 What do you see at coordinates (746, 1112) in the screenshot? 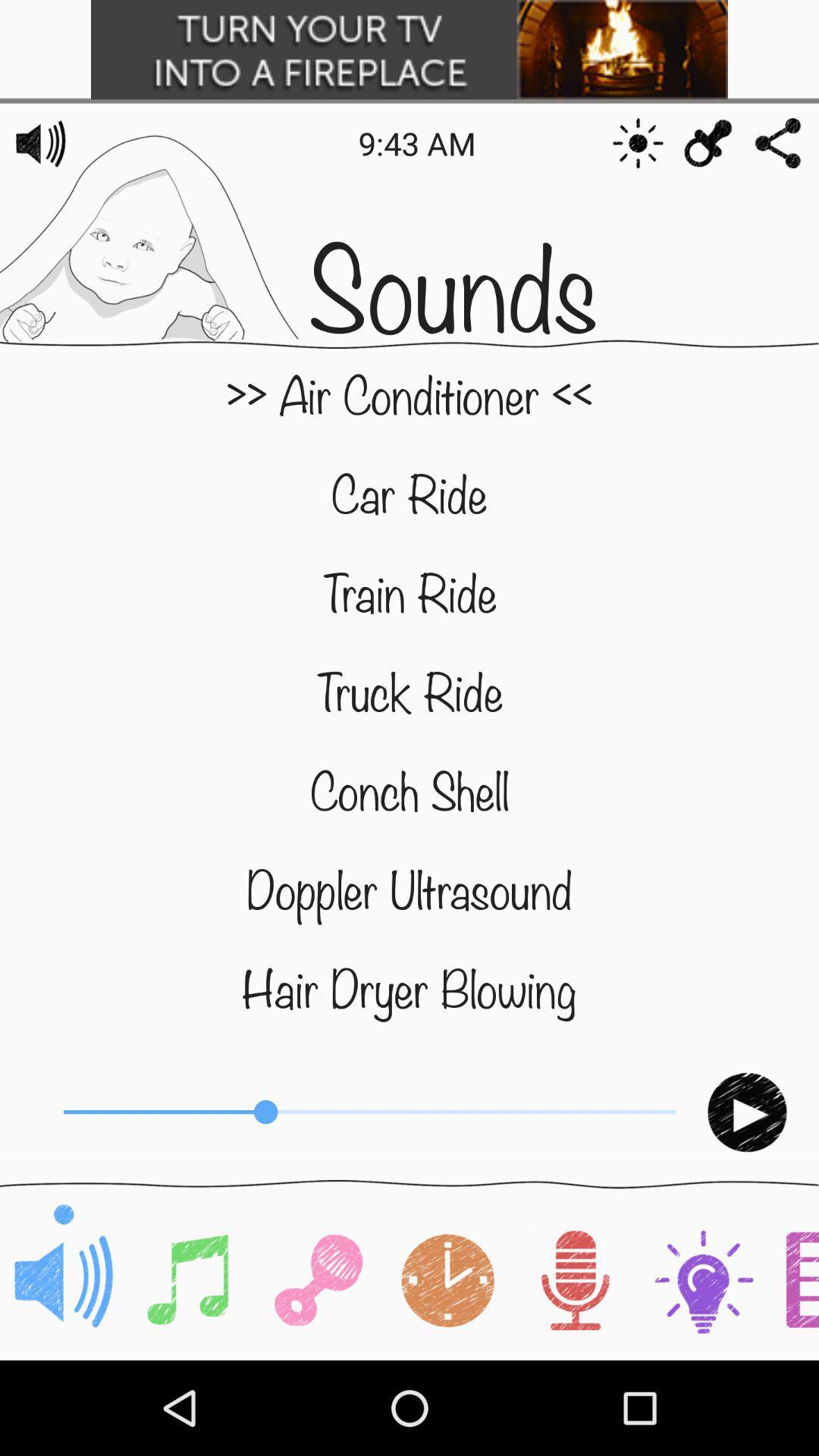
I see `the play icon` at bounding box center [746, 1112].